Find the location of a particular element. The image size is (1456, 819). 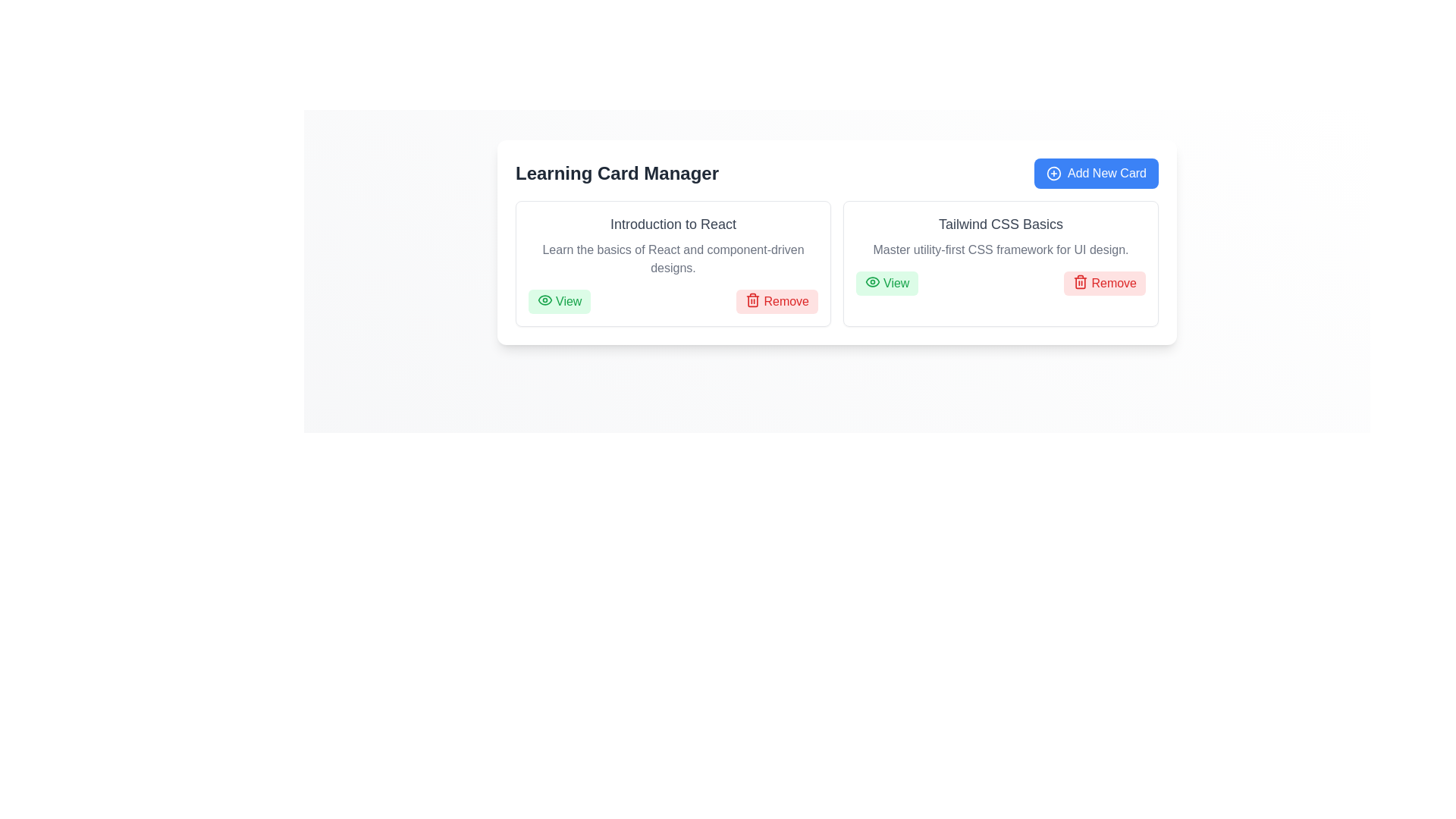

the action buttons in the lower section of the 'Tailwind CSS Basics' card, which includes 'View' and 'Remove' is located at coordinates (1001, 284).